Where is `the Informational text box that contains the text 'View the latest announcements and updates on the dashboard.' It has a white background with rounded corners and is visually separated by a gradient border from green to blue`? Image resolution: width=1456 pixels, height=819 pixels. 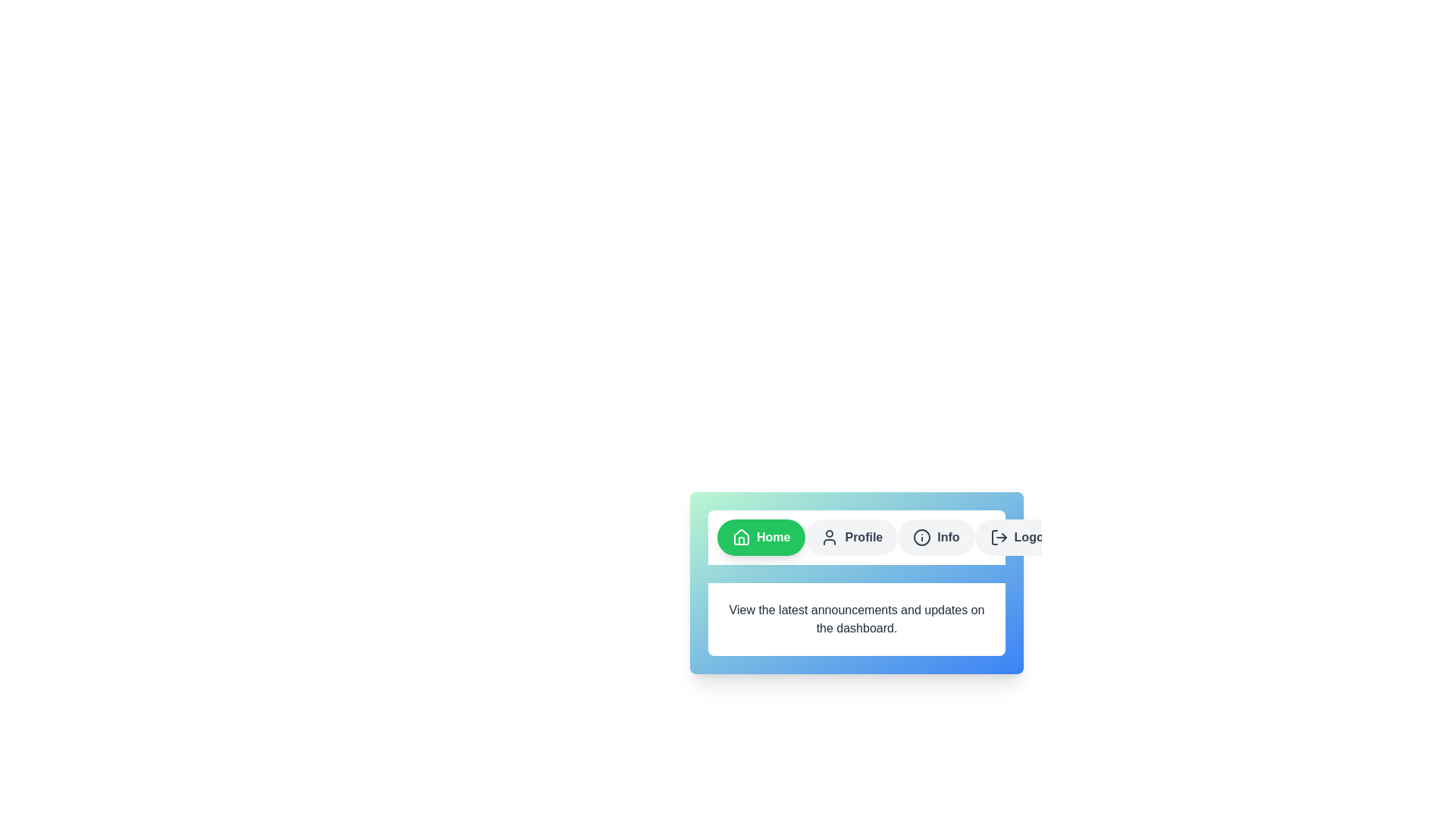 the Informational text box that contains the text 'View the latest announcements and updates on the dashboard.' It has a white background with rounded corners and is visually separated by a gradient border from green to blue is located at coordinates (856, 576).